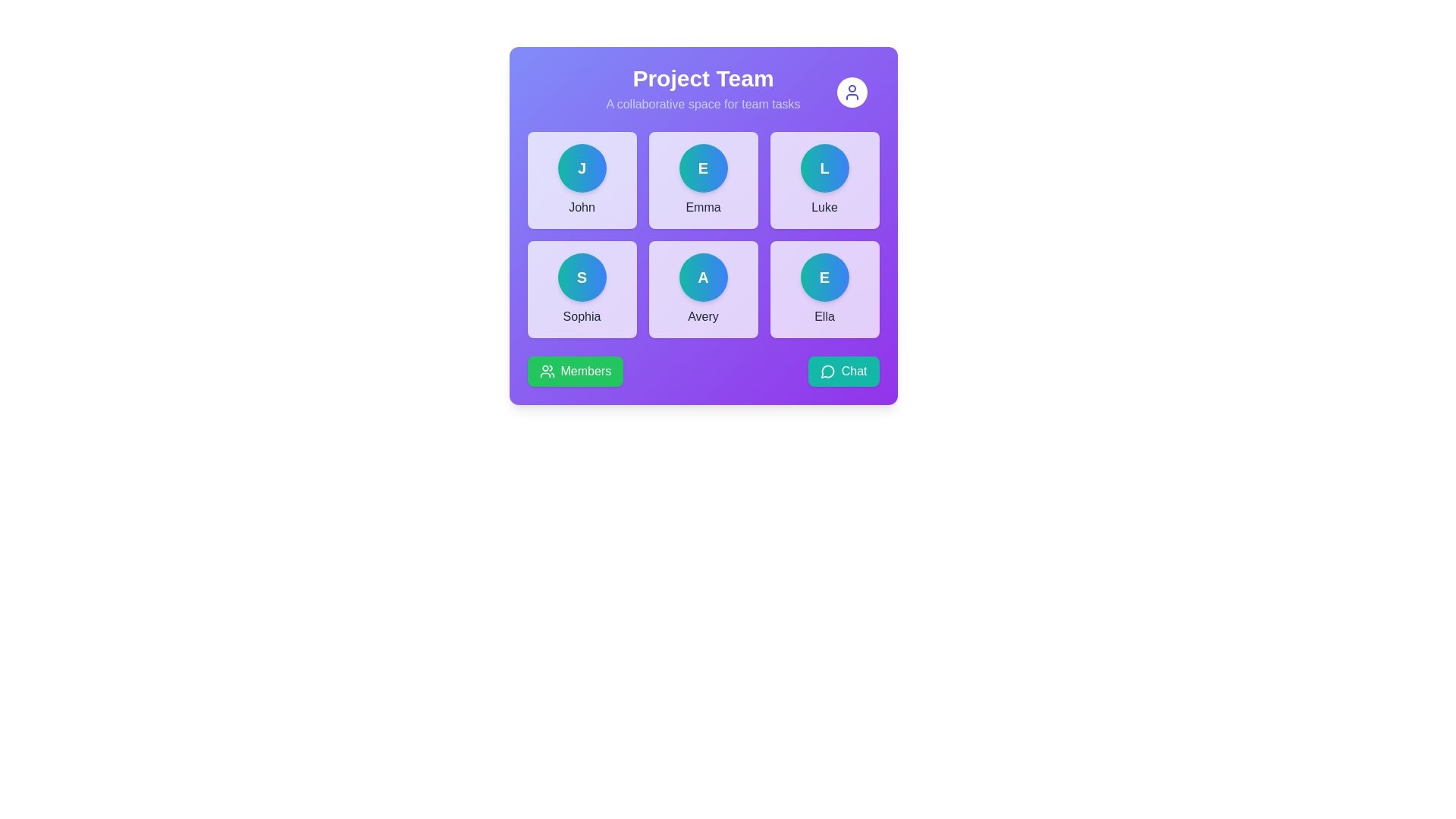  I want to click on the avatar representing user 'Avery', so click(702, 278).